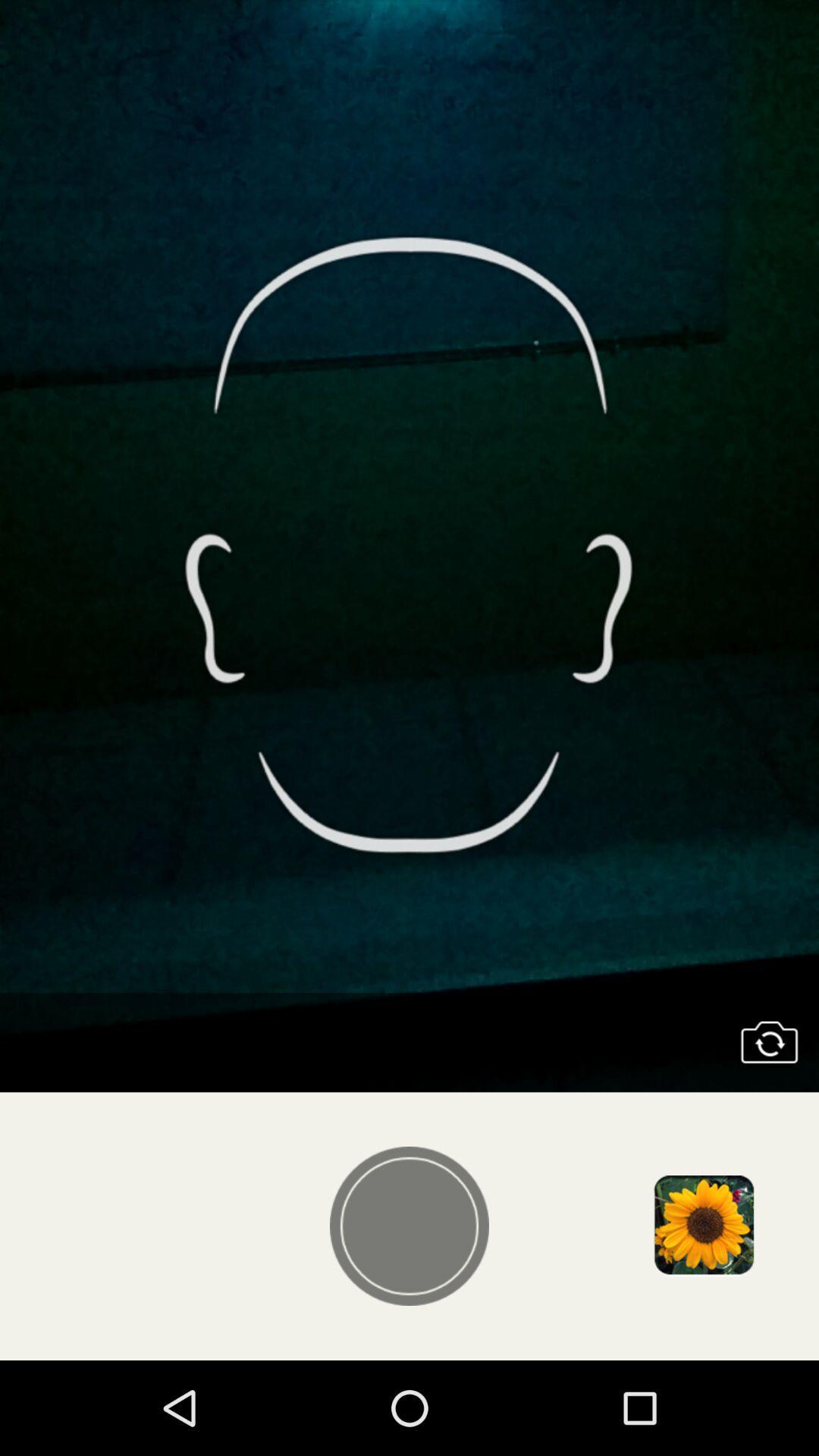  I want to click on take picture, so click(409, 1226).